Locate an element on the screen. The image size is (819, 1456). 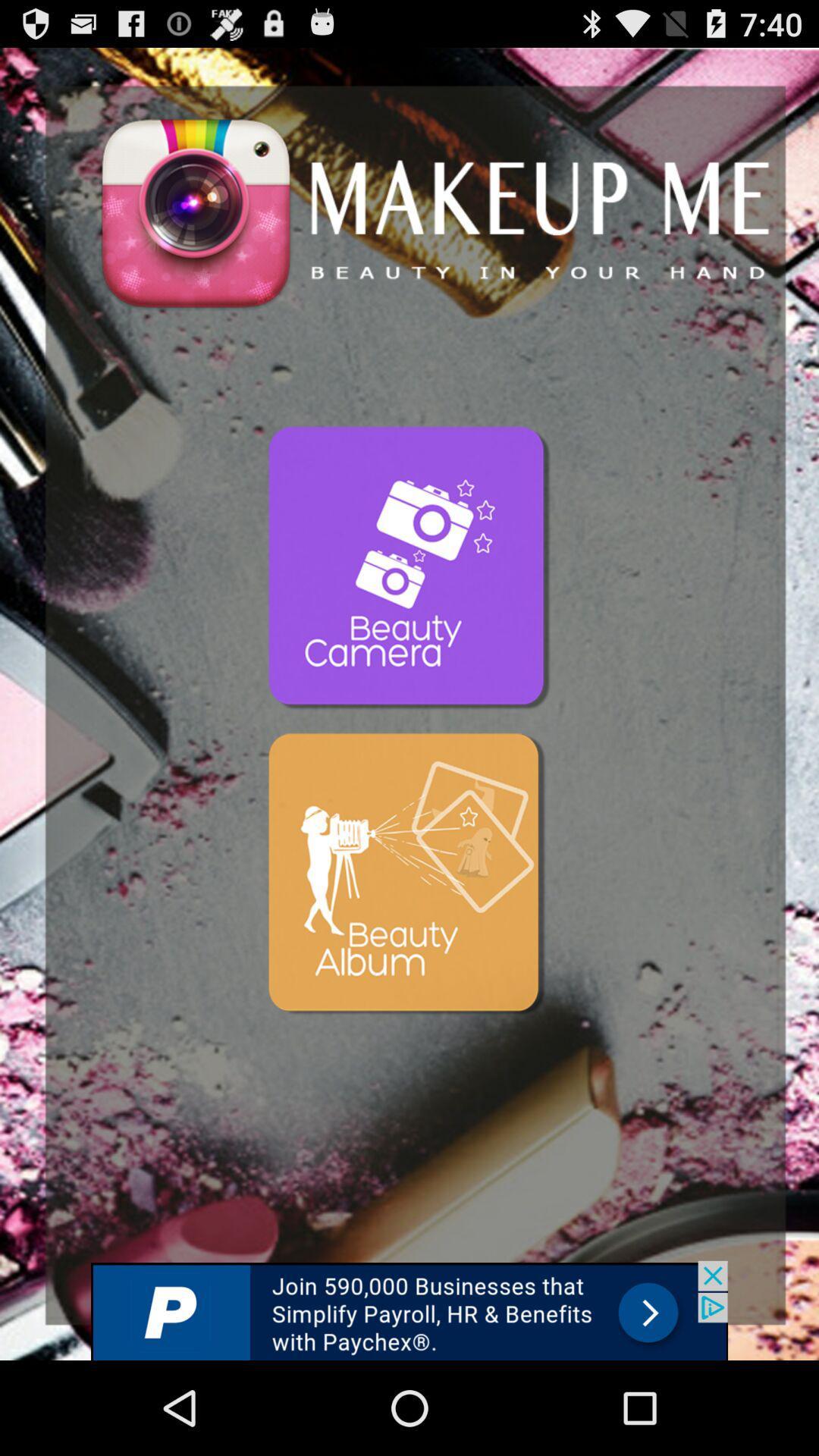
advertisement is located at coordinates (409, 876).